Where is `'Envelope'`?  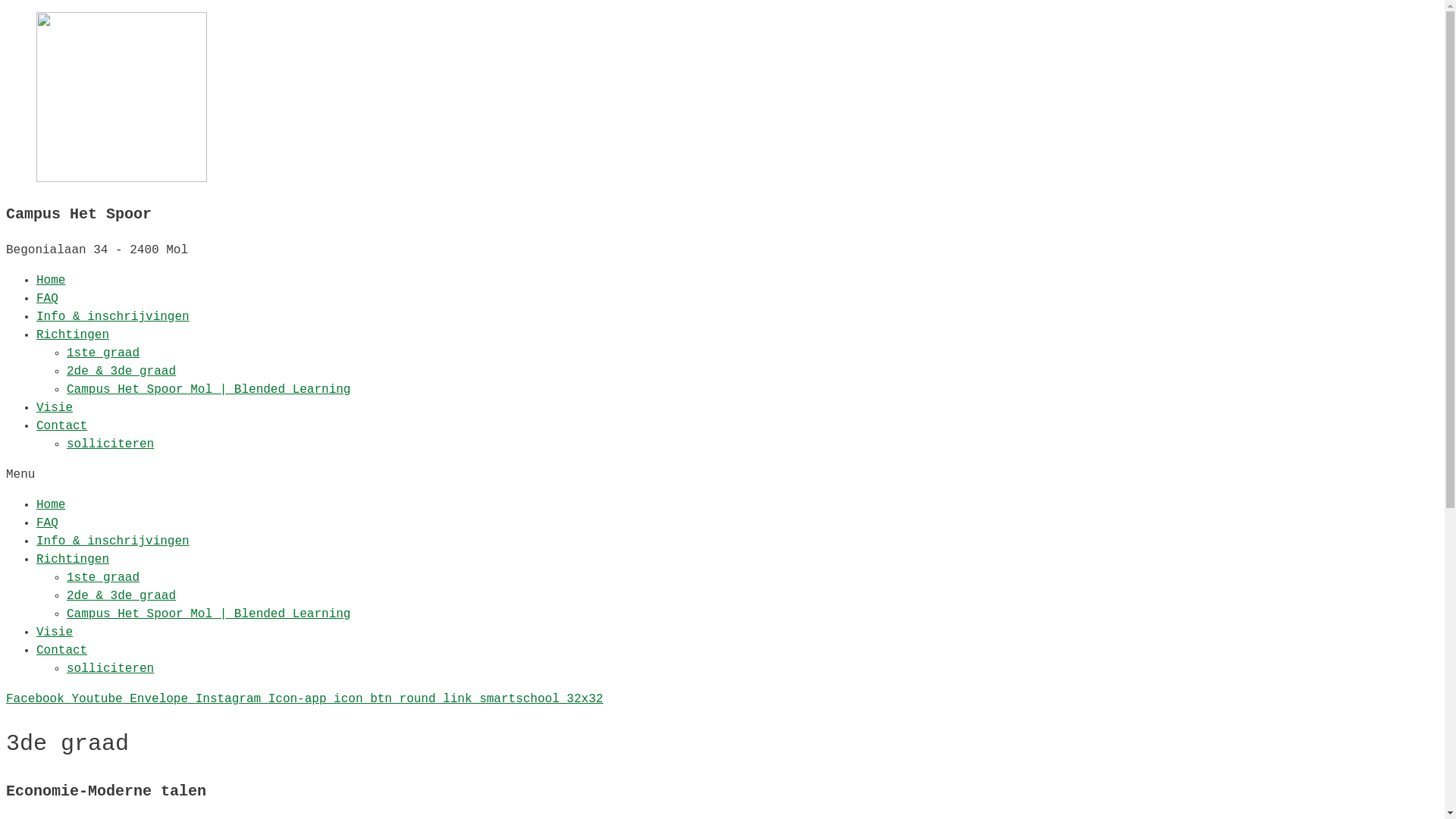 'Envelope' is located at coordinates (130, 698).